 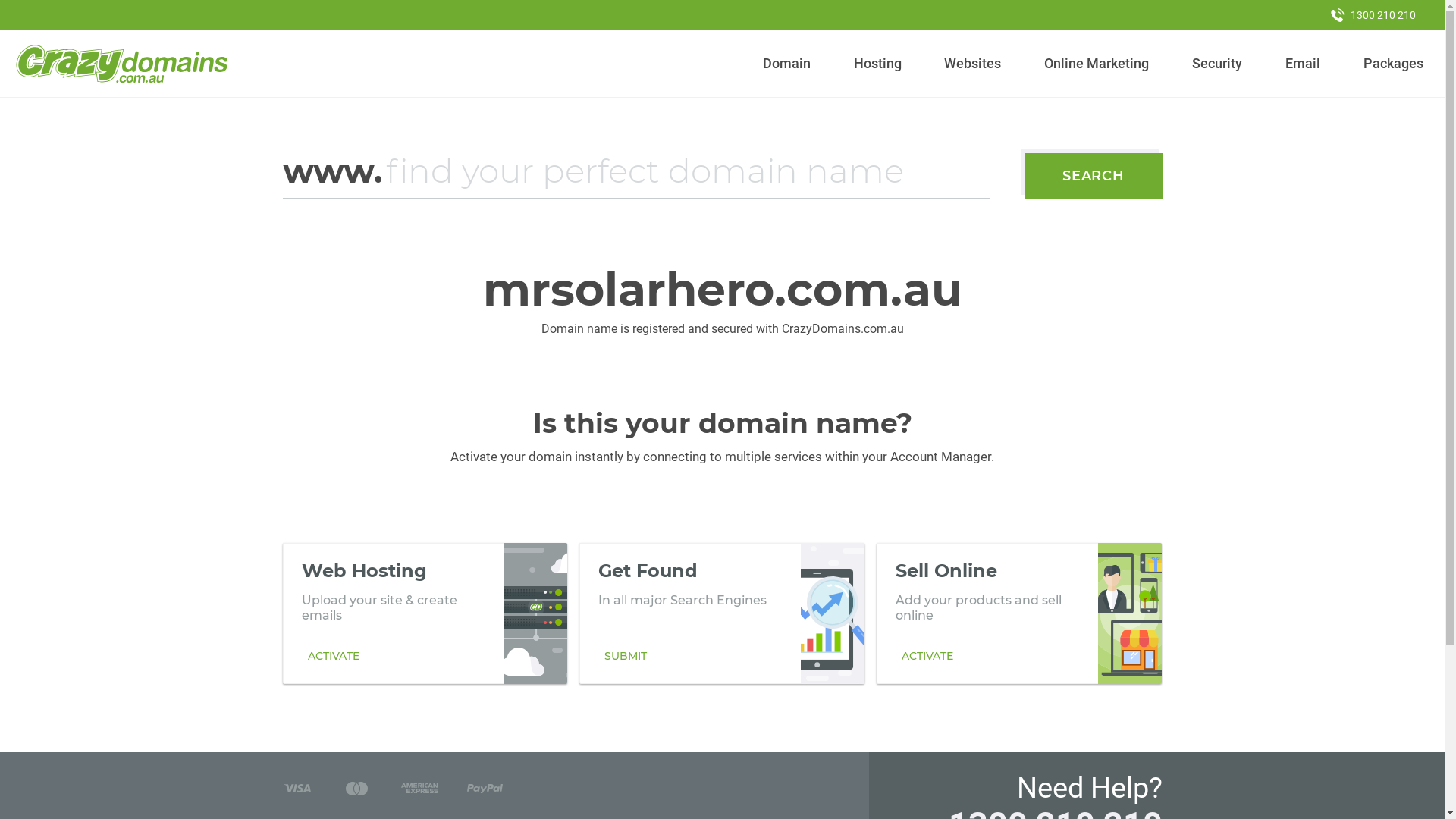 What do you see at coordinates (786, 63) in the screenshot?
I see `'Domain'` at bounding box center [786, 63].